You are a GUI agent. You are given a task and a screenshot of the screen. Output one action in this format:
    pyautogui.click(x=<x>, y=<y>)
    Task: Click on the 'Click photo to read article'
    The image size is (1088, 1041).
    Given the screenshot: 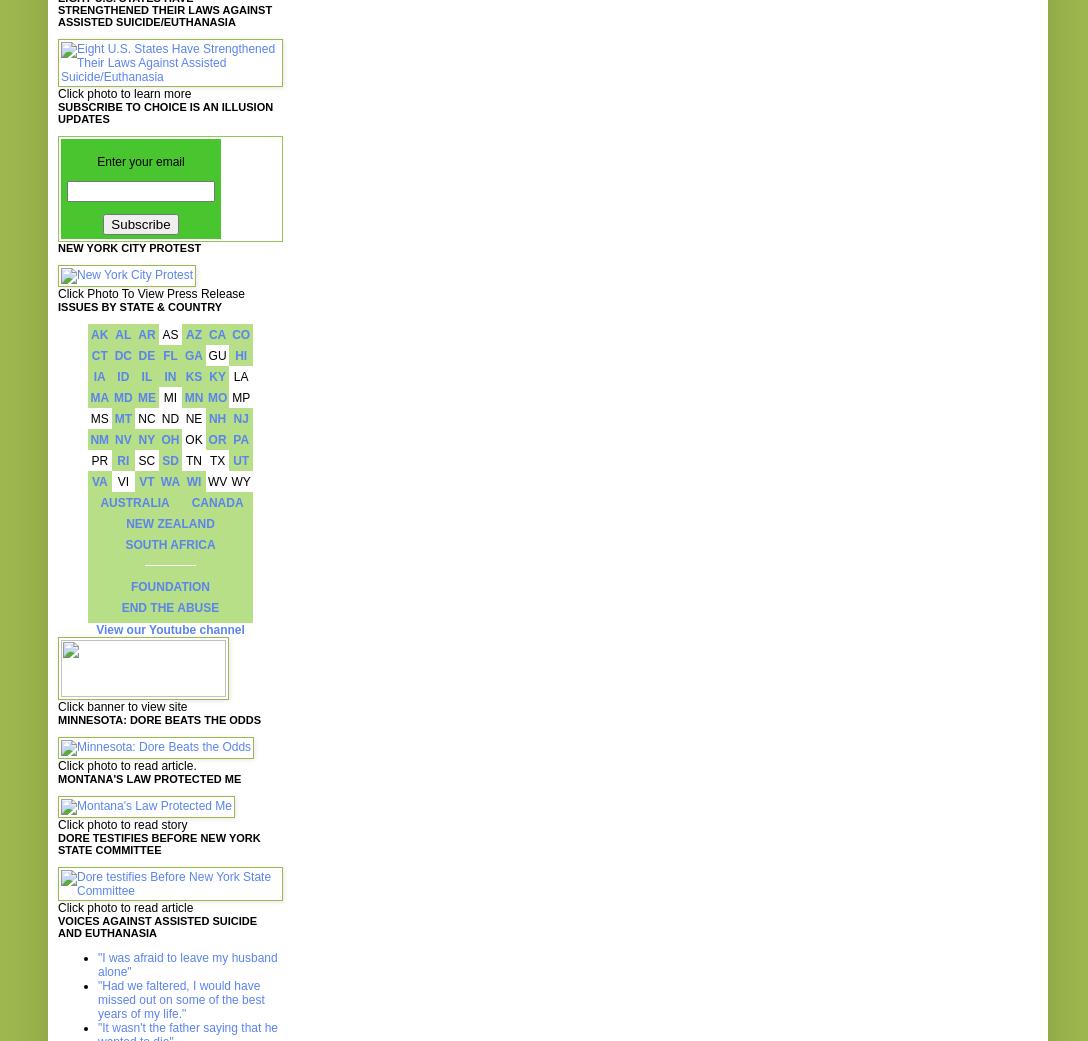 What is the action you would take?
    pyautogui.click(x=125, y=906)
    